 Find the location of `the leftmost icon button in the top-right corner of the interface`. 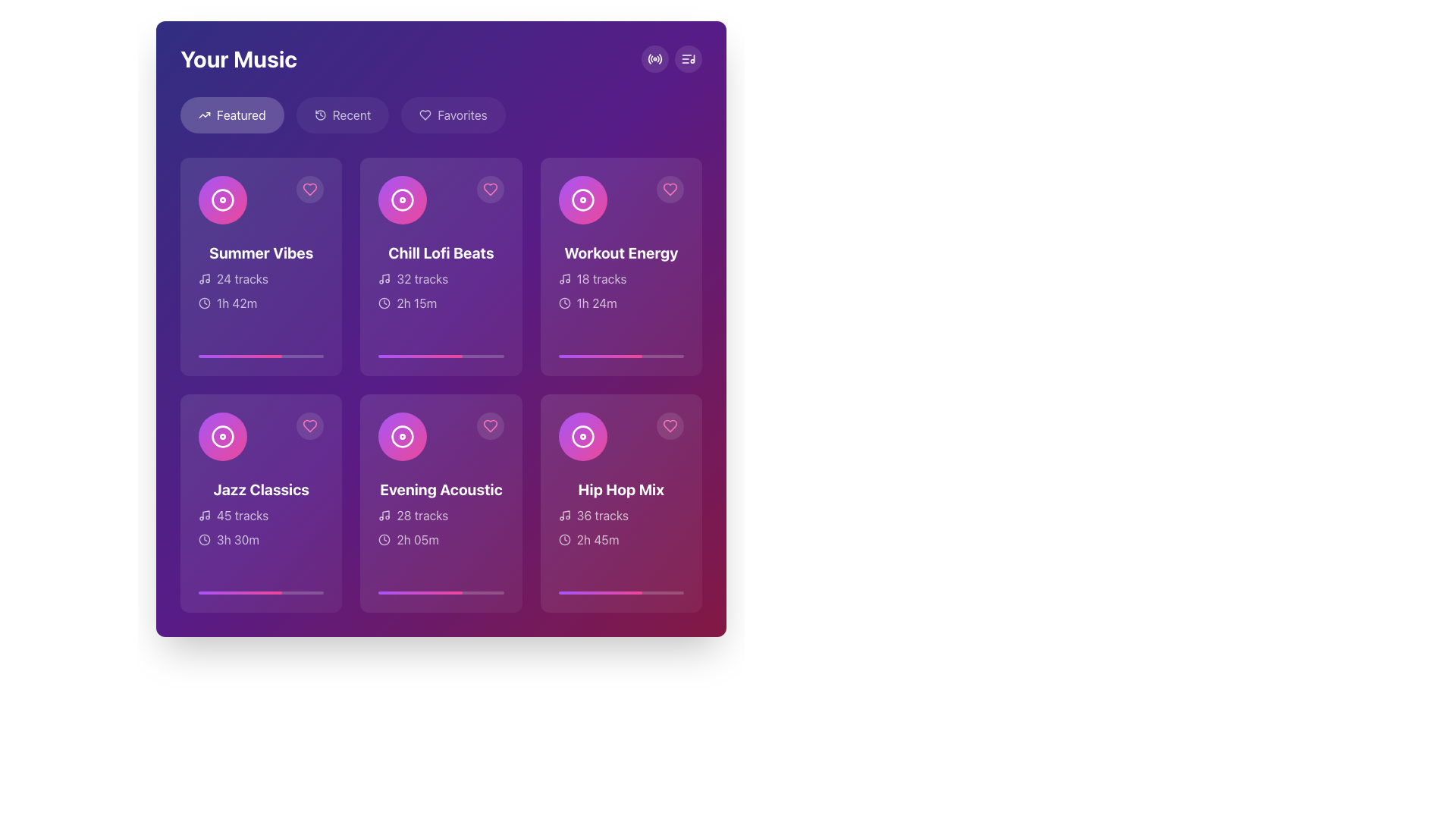

the leftmost icon button in the top-right corner of the interface is located at coordinates (655, 58).